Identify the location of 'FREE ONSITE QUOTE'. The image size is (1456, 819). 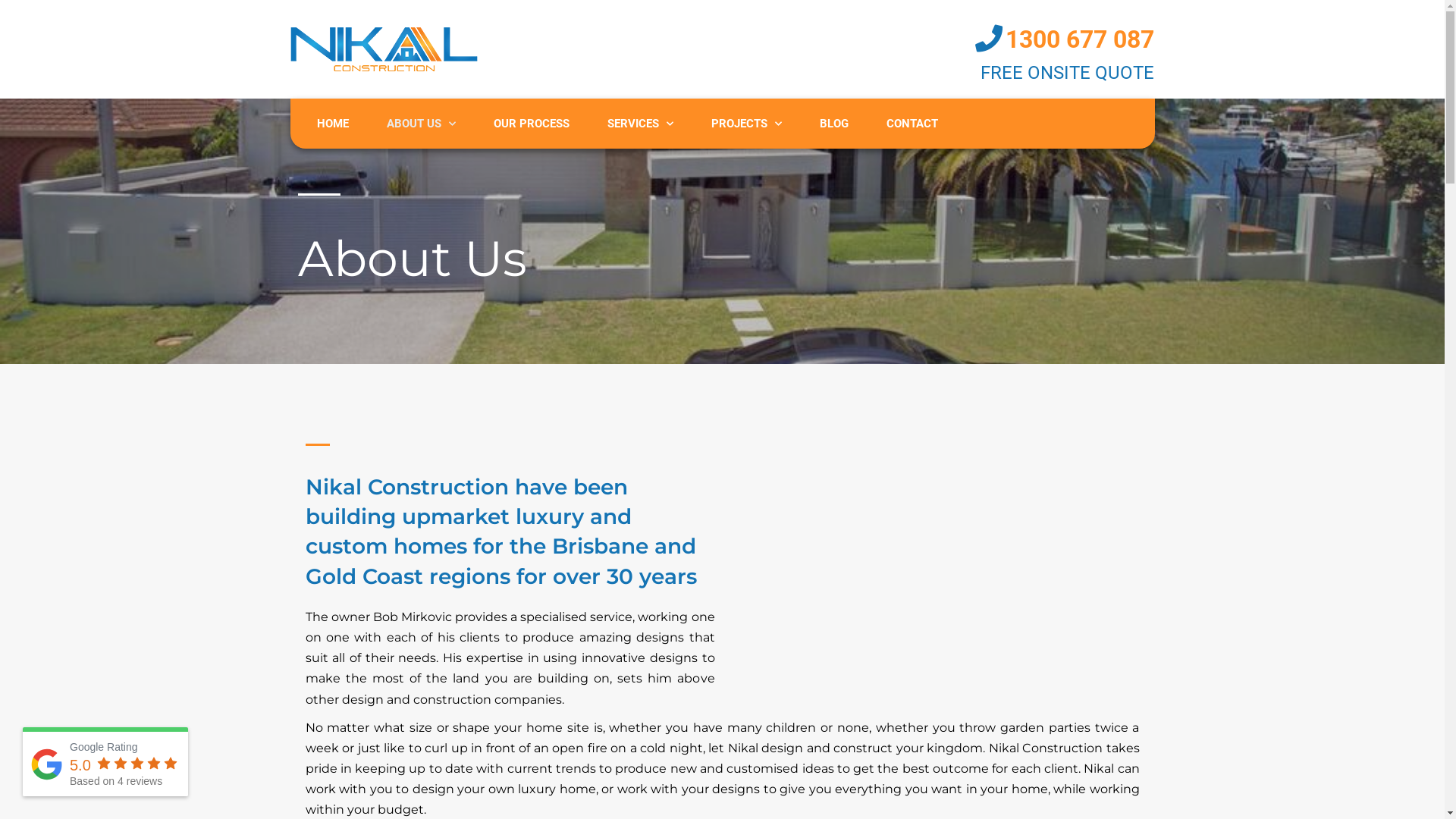
(1066, 73).